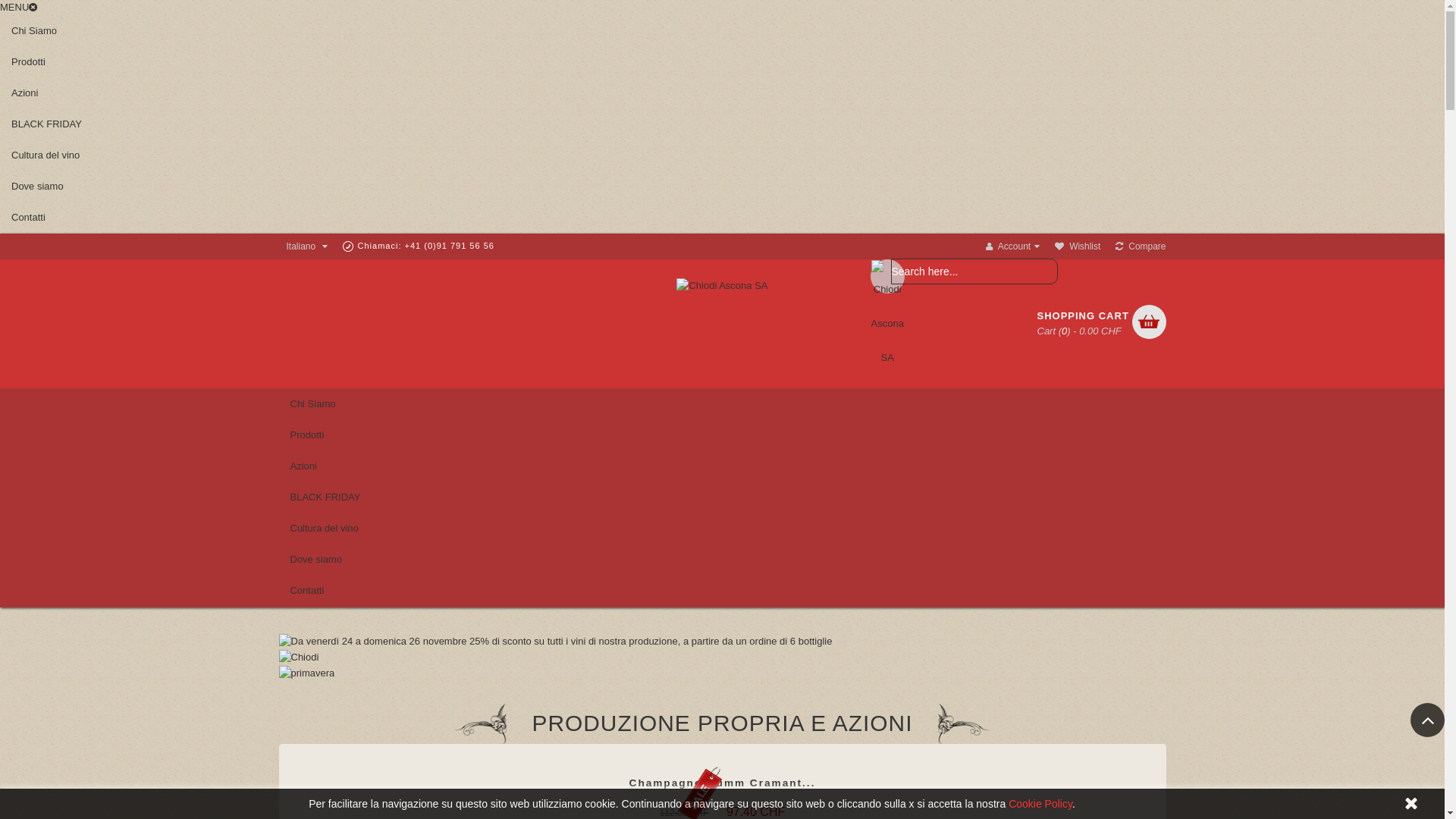 The width and height of the screenshot is (1456, 819). What do you see at coordinates (1012, 245) in the screenshot?
I see `'Account'` at bounding box center [1012, 245].